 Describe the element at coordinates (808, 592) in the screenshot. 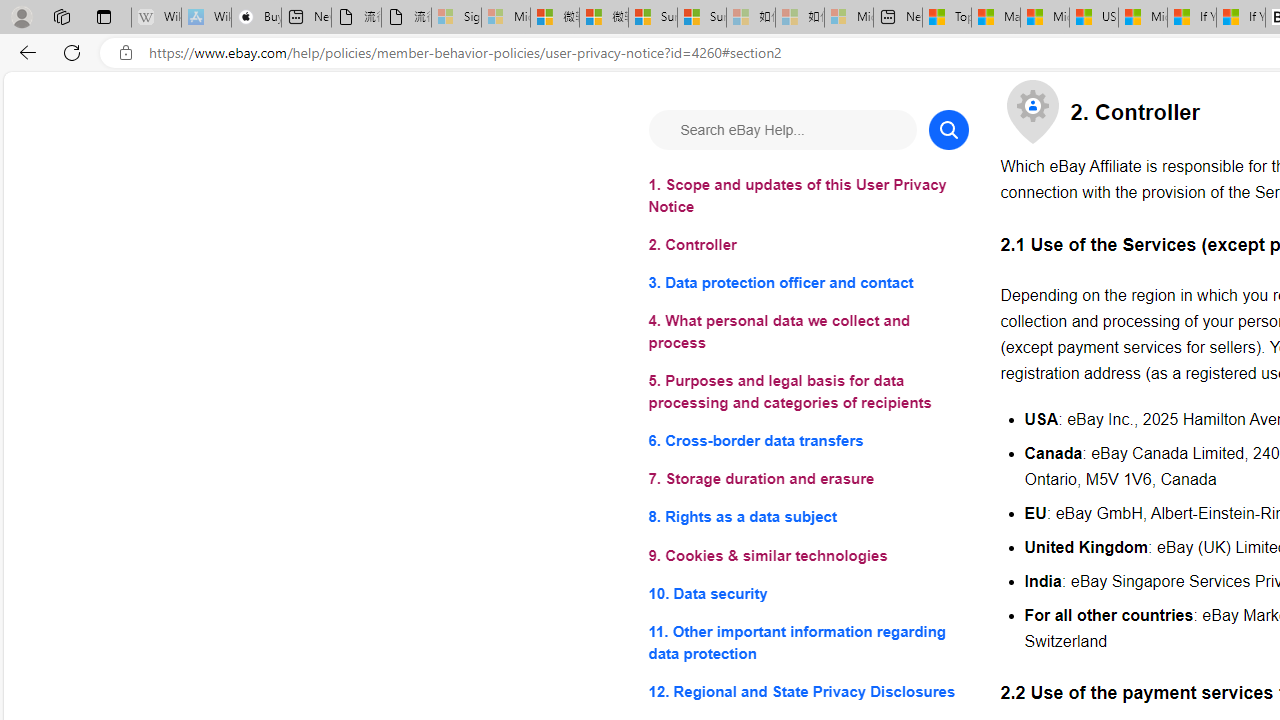

I see `'10. Data security'` at that location.